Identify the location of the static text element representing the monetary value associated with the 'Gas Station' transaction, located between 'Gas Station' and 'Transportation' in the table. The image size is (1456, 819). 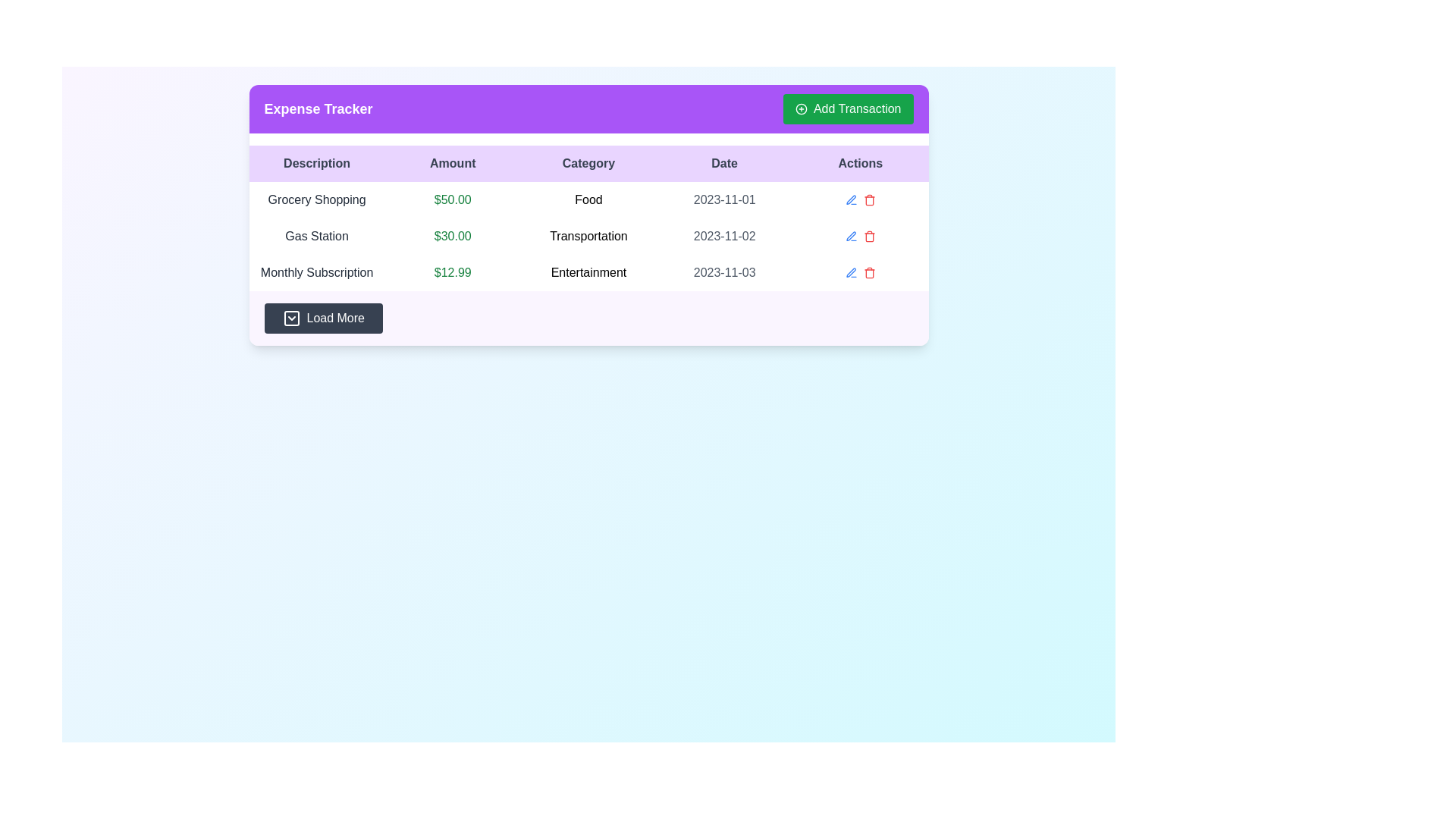
(452, 237).